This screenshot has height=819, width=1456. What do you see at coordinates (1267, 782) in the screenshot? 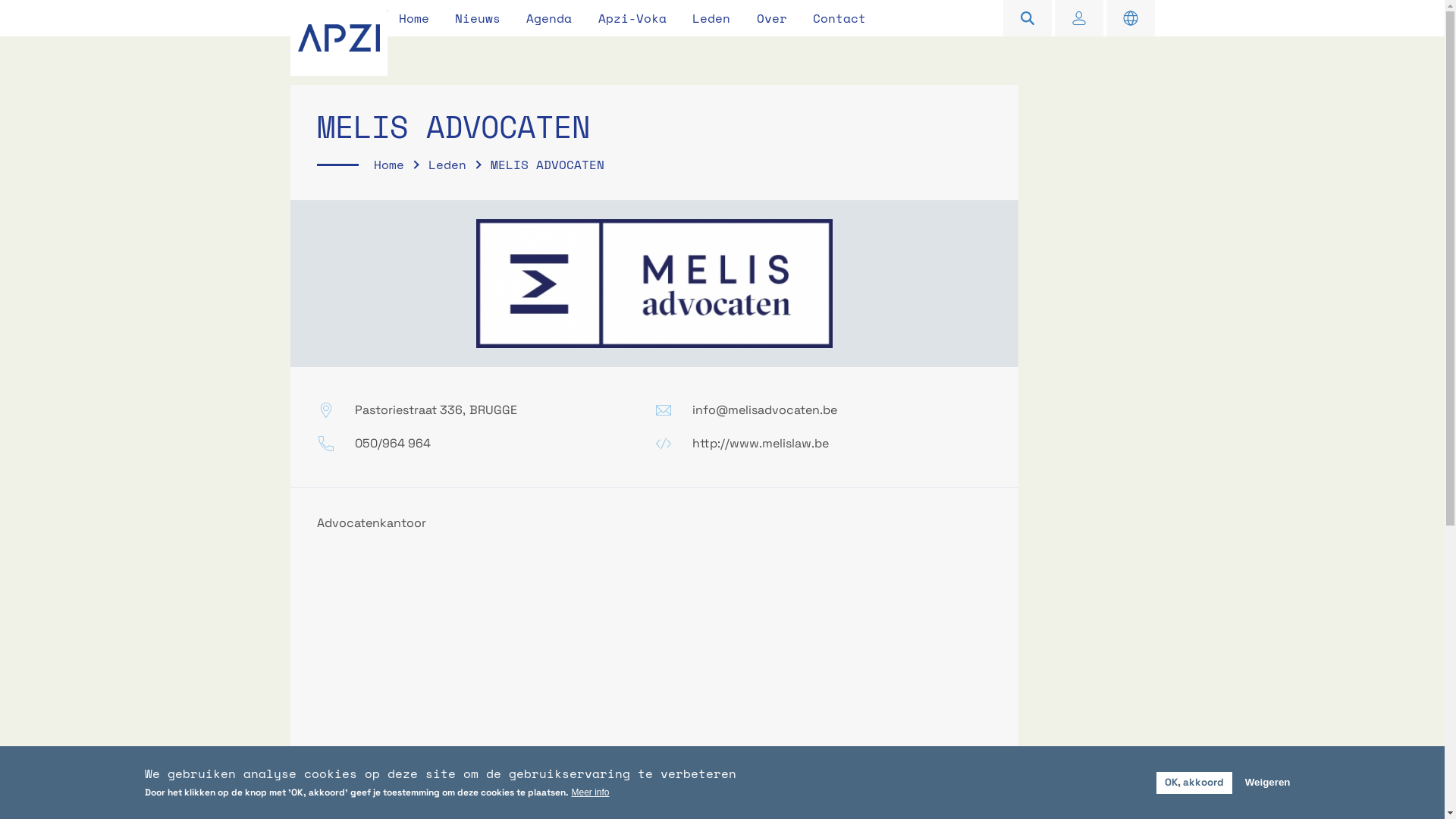
I see `'Weigeren'` at bounding box center [1267, 782].